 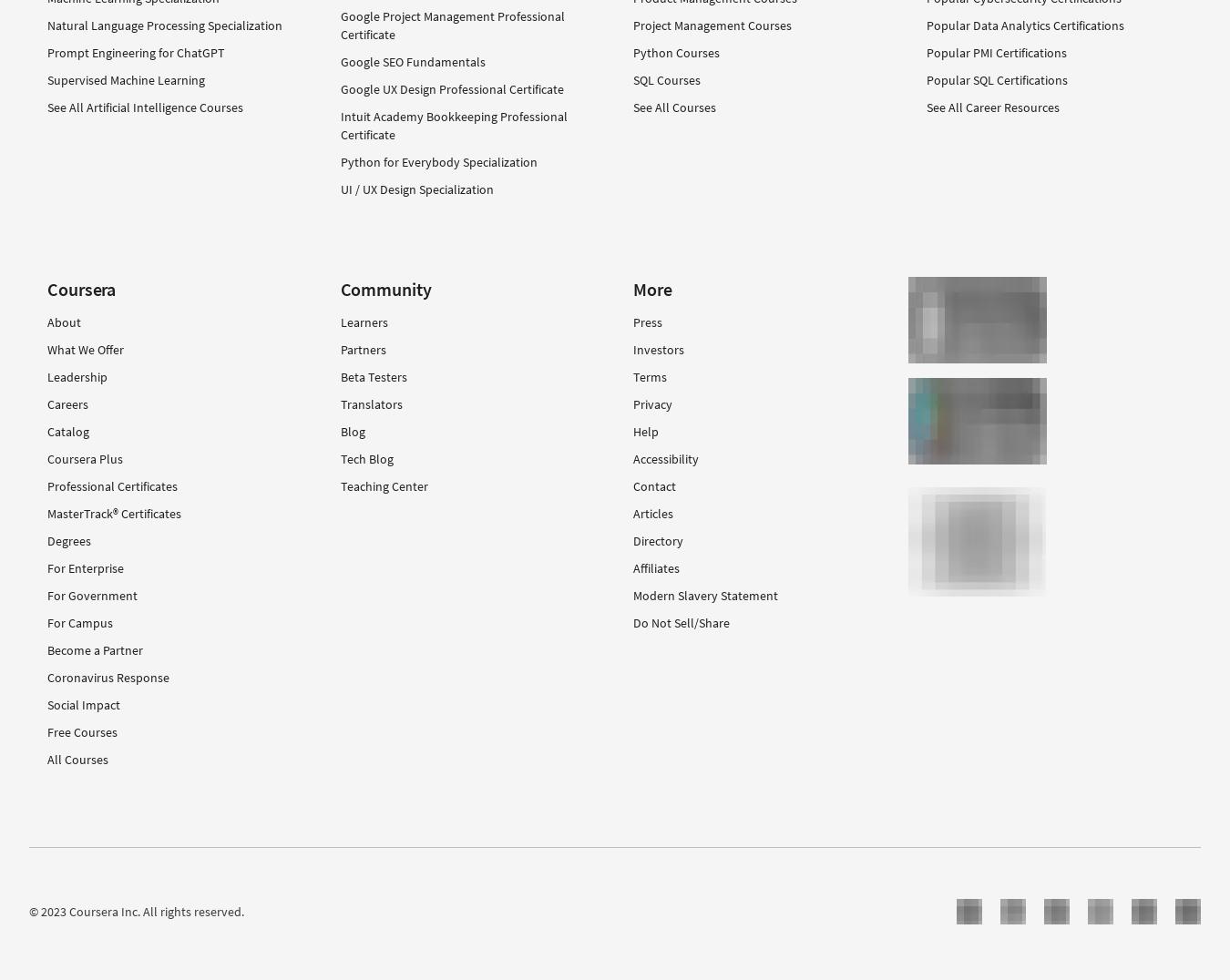 What do you see at coordinates (655, 567) in the screenshot?
I see `'Affiliates'` at bounding box center [655, 567].